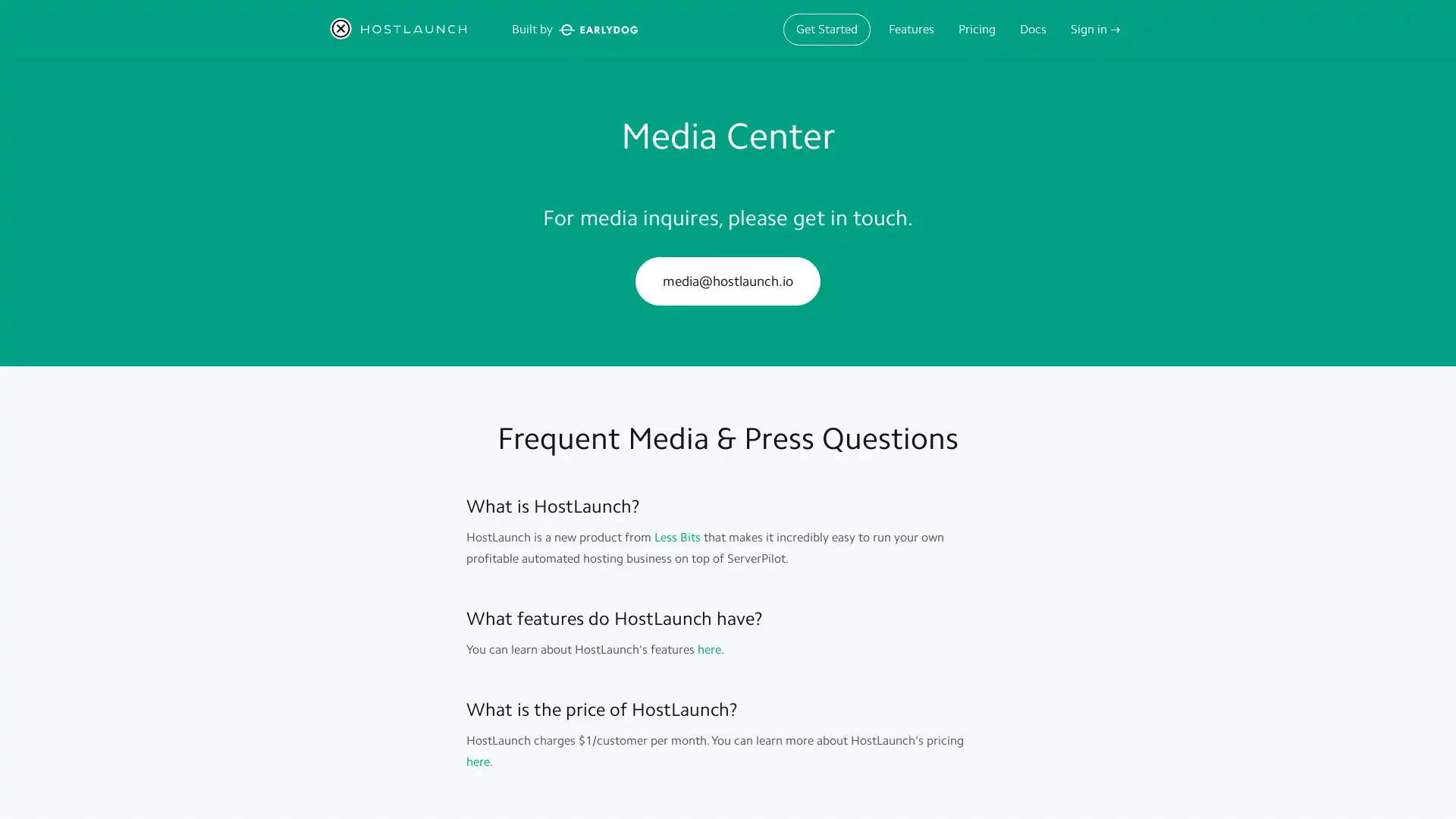  I want to click on Features, so click(910, 29).